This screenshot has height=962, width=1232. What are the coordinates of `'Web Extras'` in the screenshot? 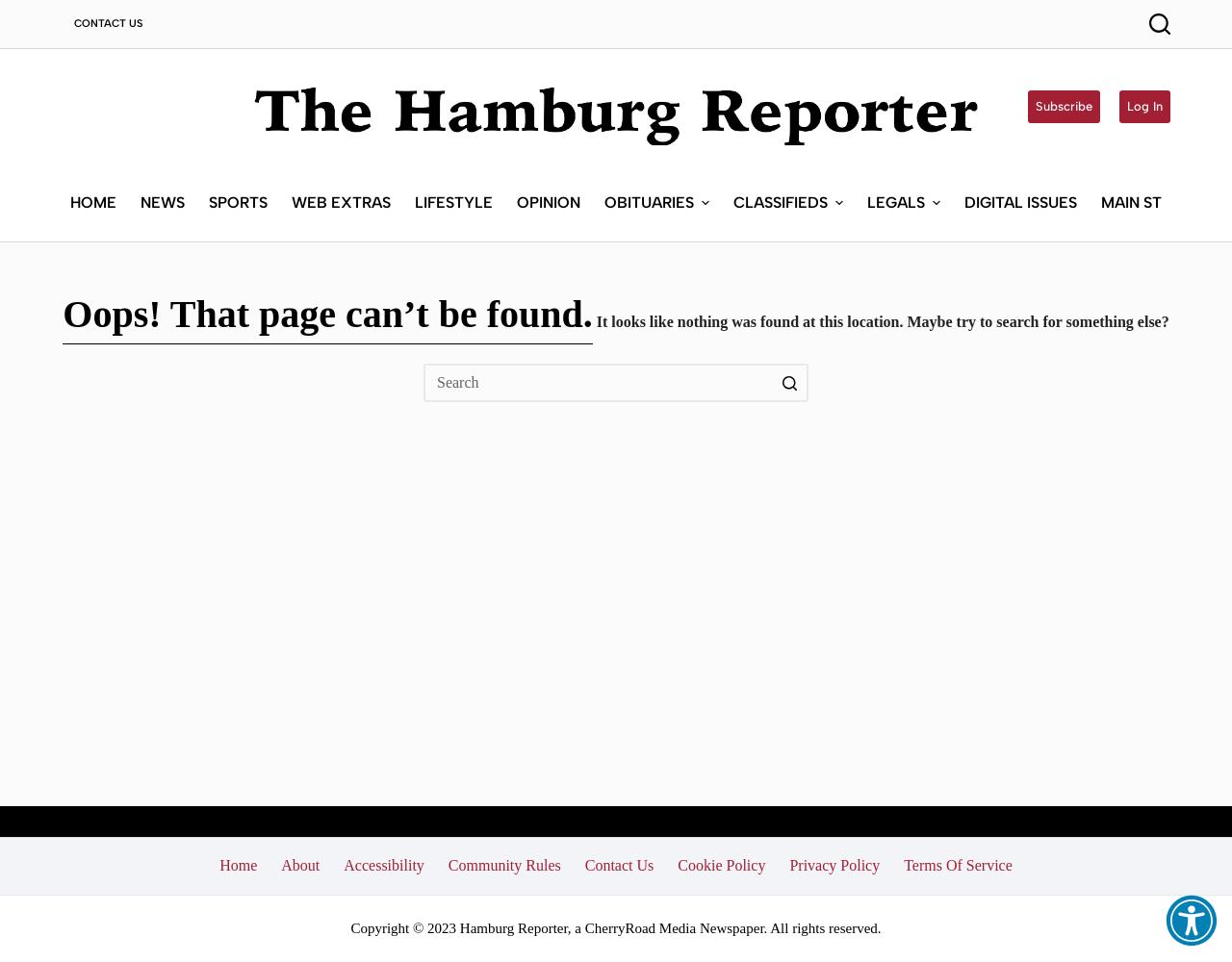 It's located at (340, 200).